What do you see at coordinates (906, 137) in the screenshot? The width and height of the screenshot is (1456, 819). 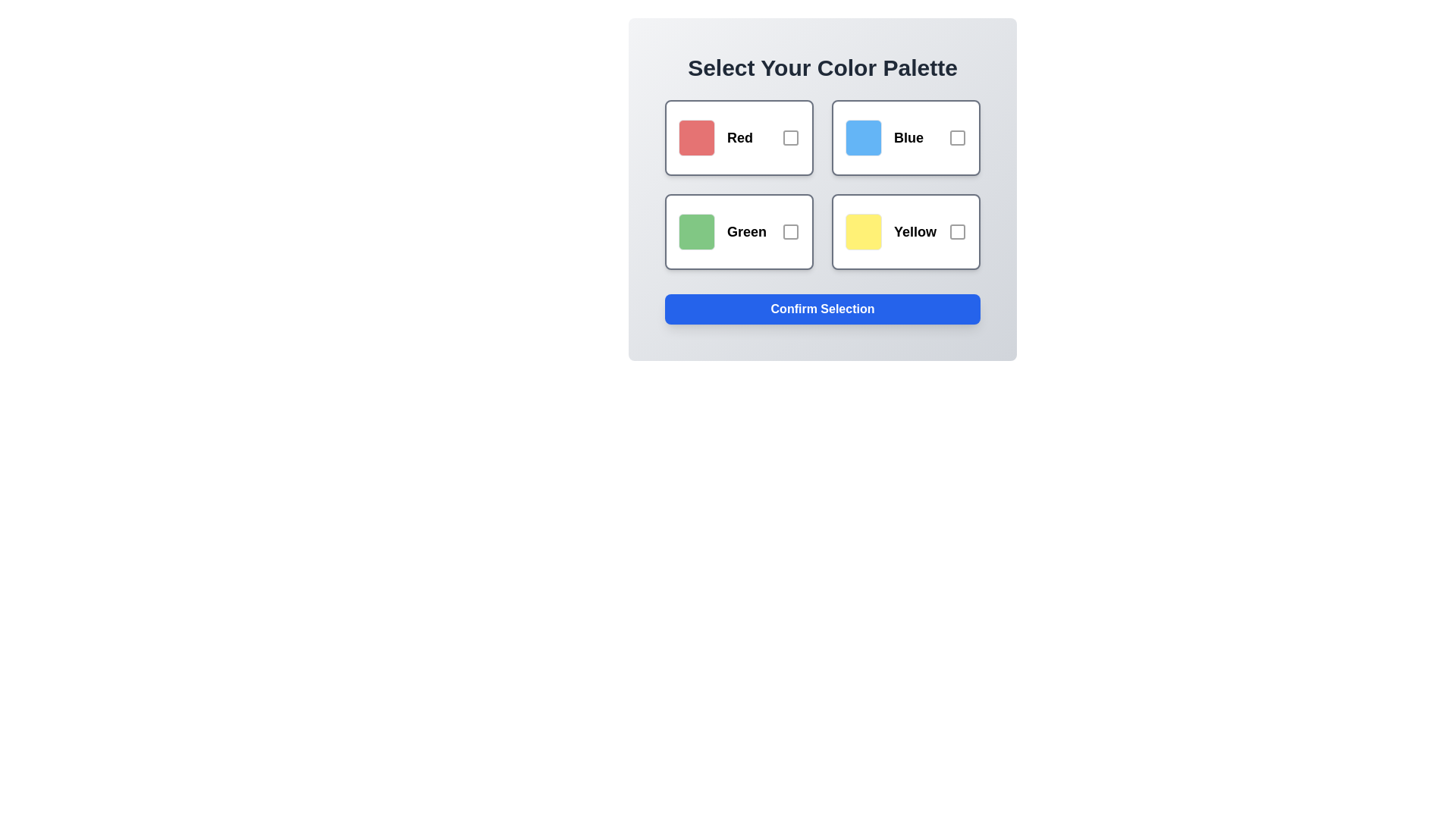 I see `the color box for Blue` at bounding box center [906, 137].